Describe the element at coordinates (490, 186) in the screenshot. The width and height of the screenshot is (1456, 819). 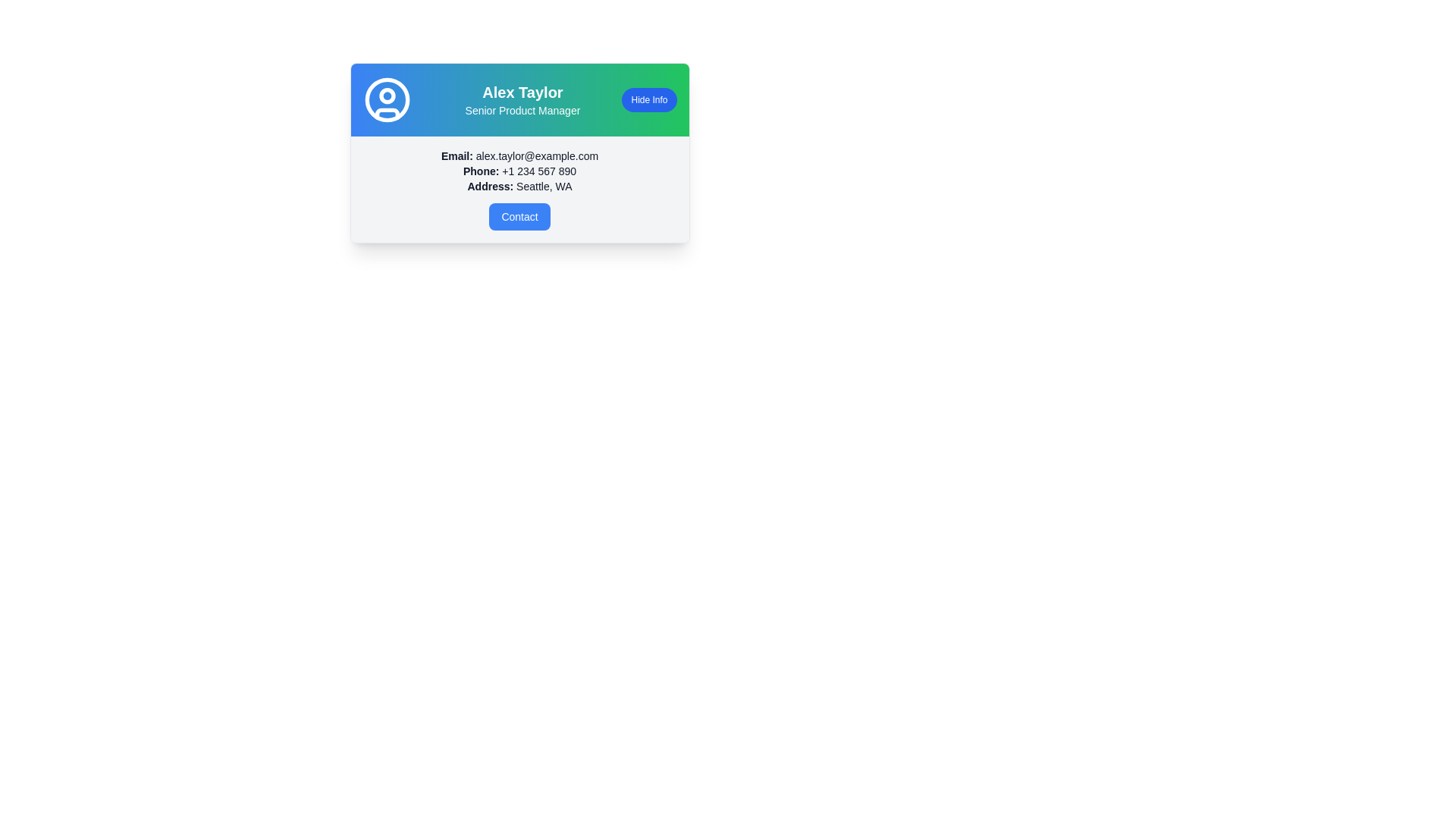
I see `the Text Label displaying 'Address:'` at that location.